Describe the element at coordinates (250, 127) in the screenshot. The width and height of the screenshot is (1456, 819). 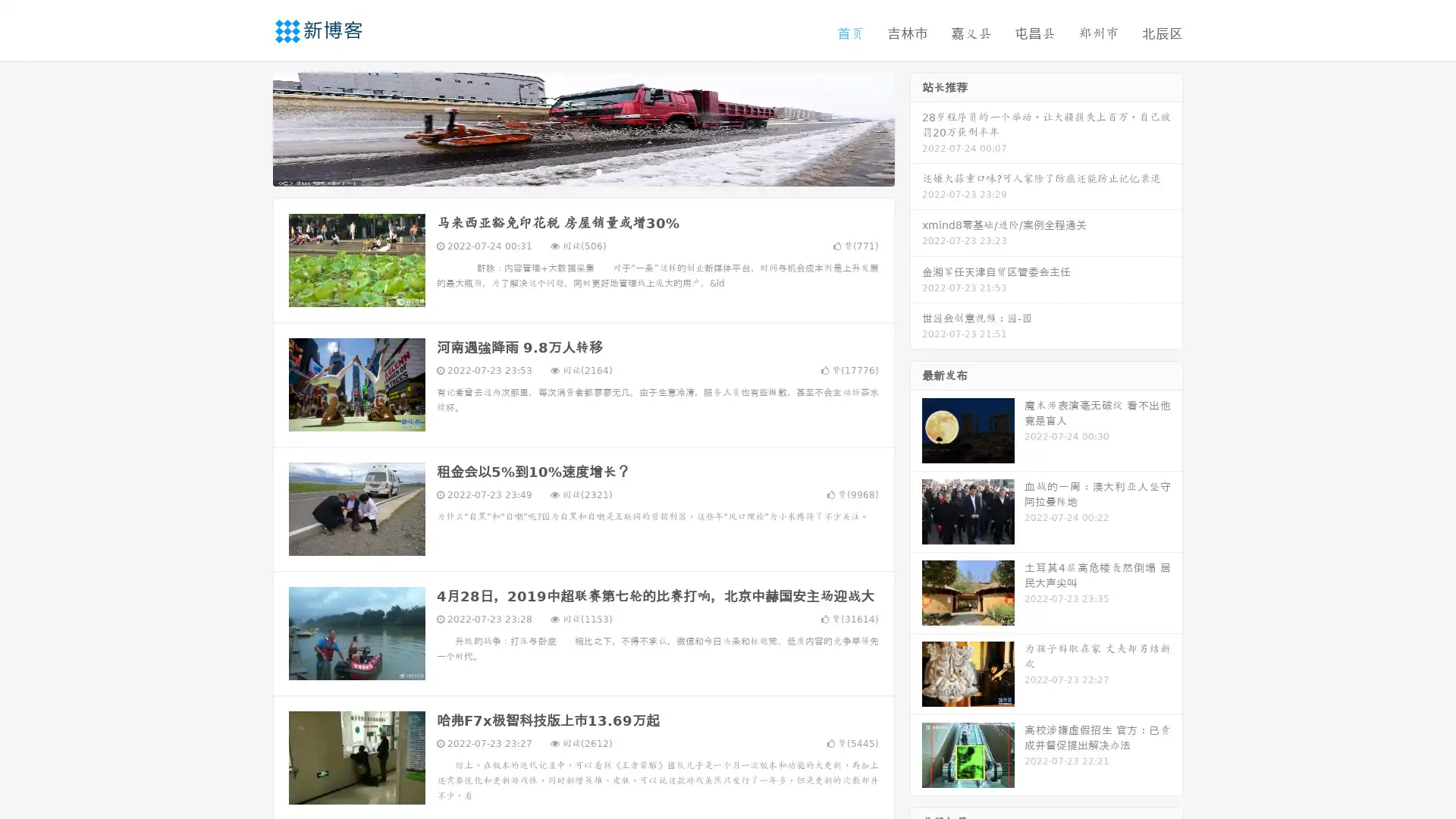
I see `Previous slide` at that location.